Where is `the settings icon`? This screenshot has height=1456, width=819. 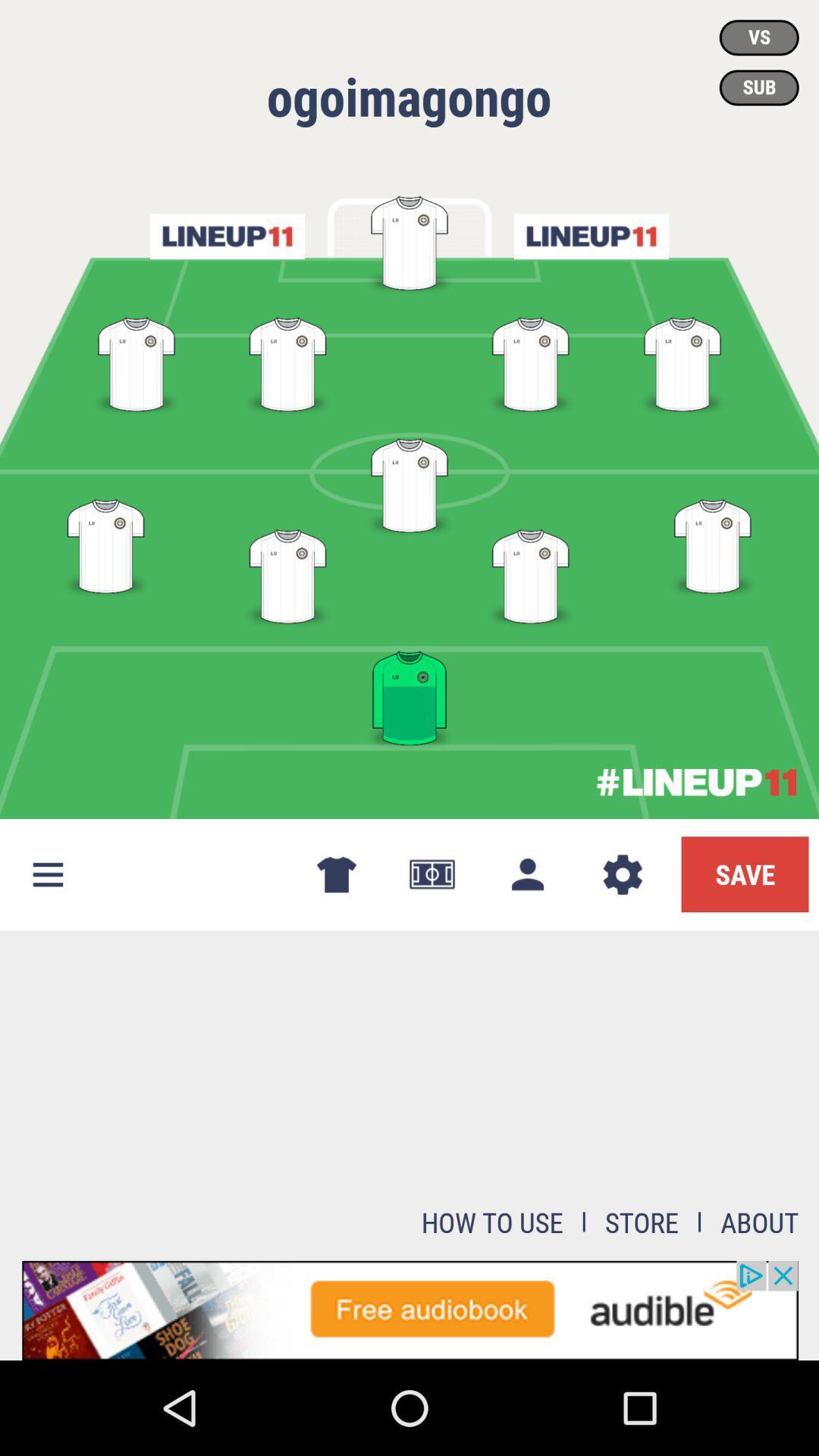 the settings icon is located at coordinates (623, 874).